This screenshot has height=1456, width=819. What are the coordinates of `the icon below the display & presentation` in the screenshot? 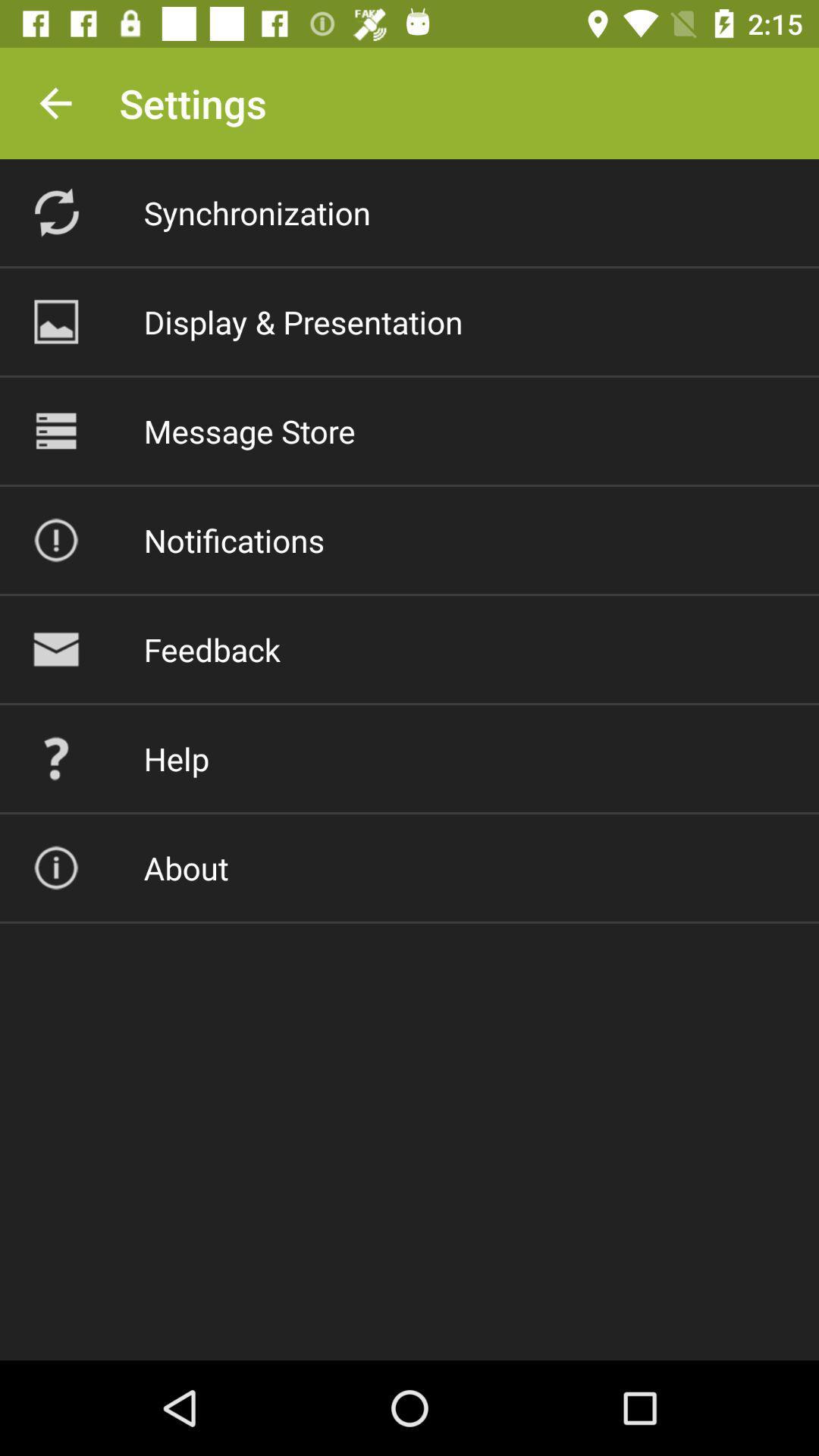 It's located at (249, 430).